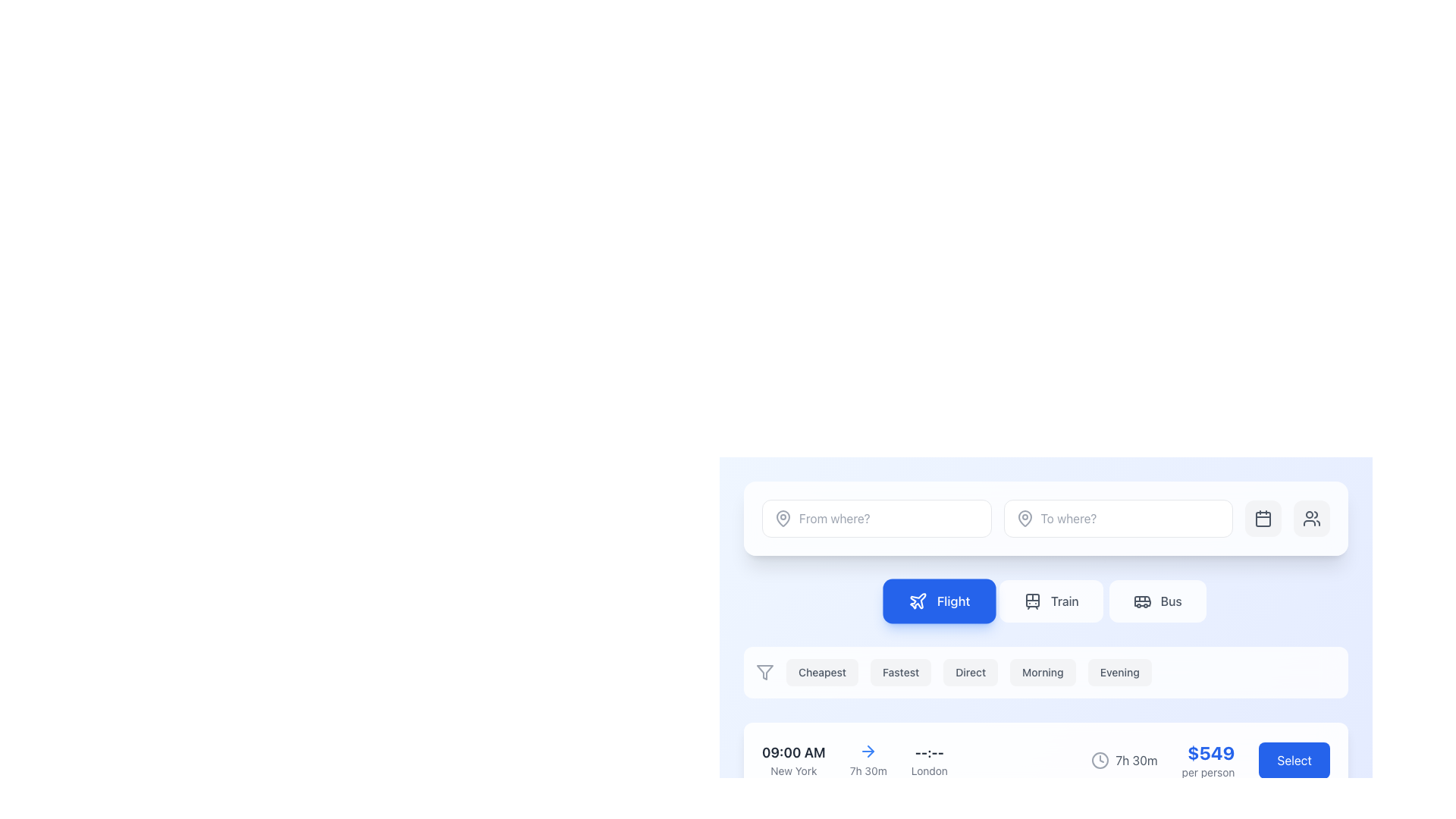  Describe the element at coordinates (783, 516) in the screenshot. I see `the pin or location marker icon located within the input box labeled 'From where?'. This icon has a drop-shaped outline and is part of an SVG icon group` at that location.